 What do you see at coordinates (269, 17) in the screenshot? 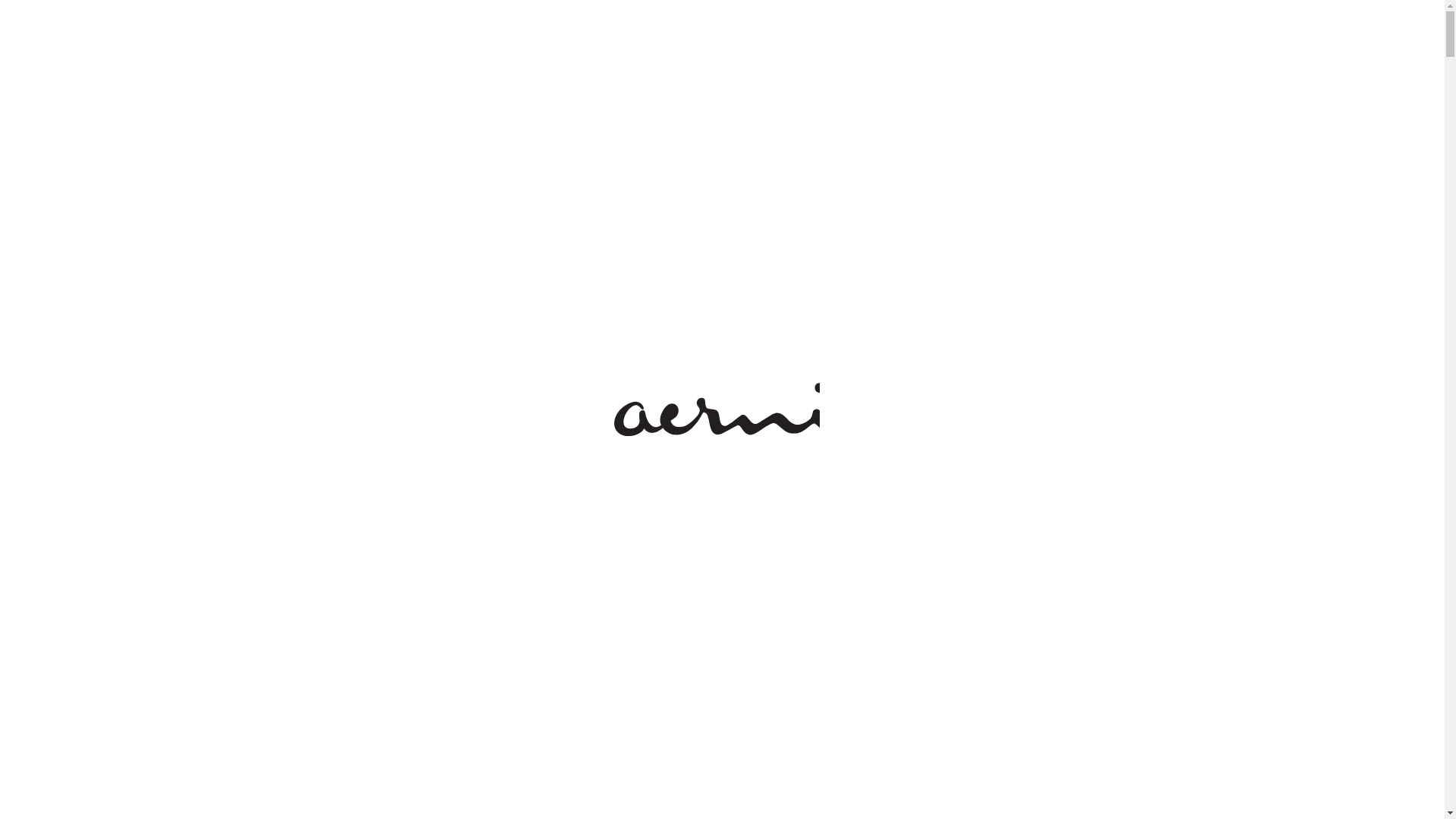
I see `'SALON STORIES'` at bounding box center [269, 17].